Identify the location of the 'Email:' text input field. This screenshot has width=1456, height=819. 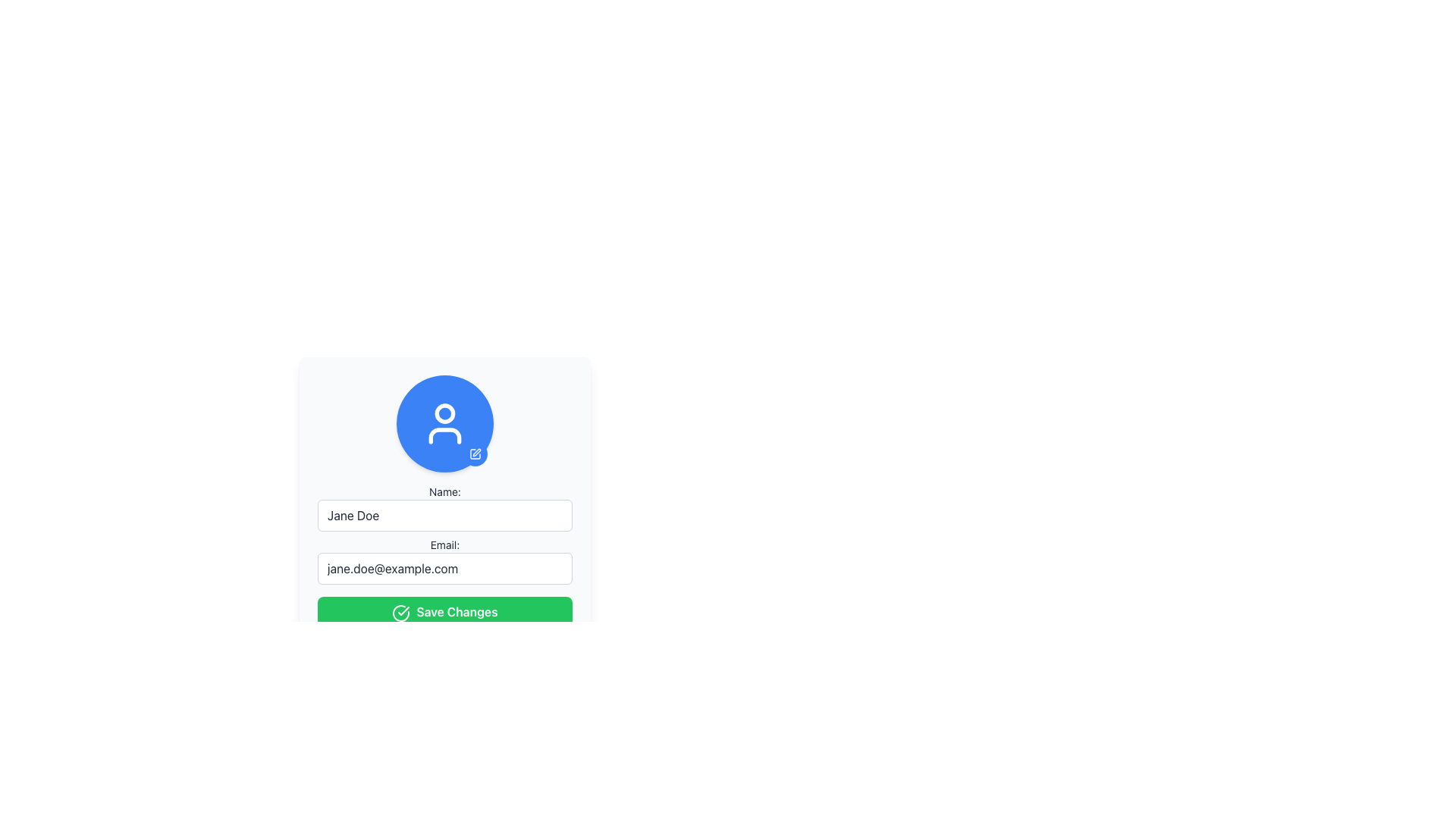
(444, 561).